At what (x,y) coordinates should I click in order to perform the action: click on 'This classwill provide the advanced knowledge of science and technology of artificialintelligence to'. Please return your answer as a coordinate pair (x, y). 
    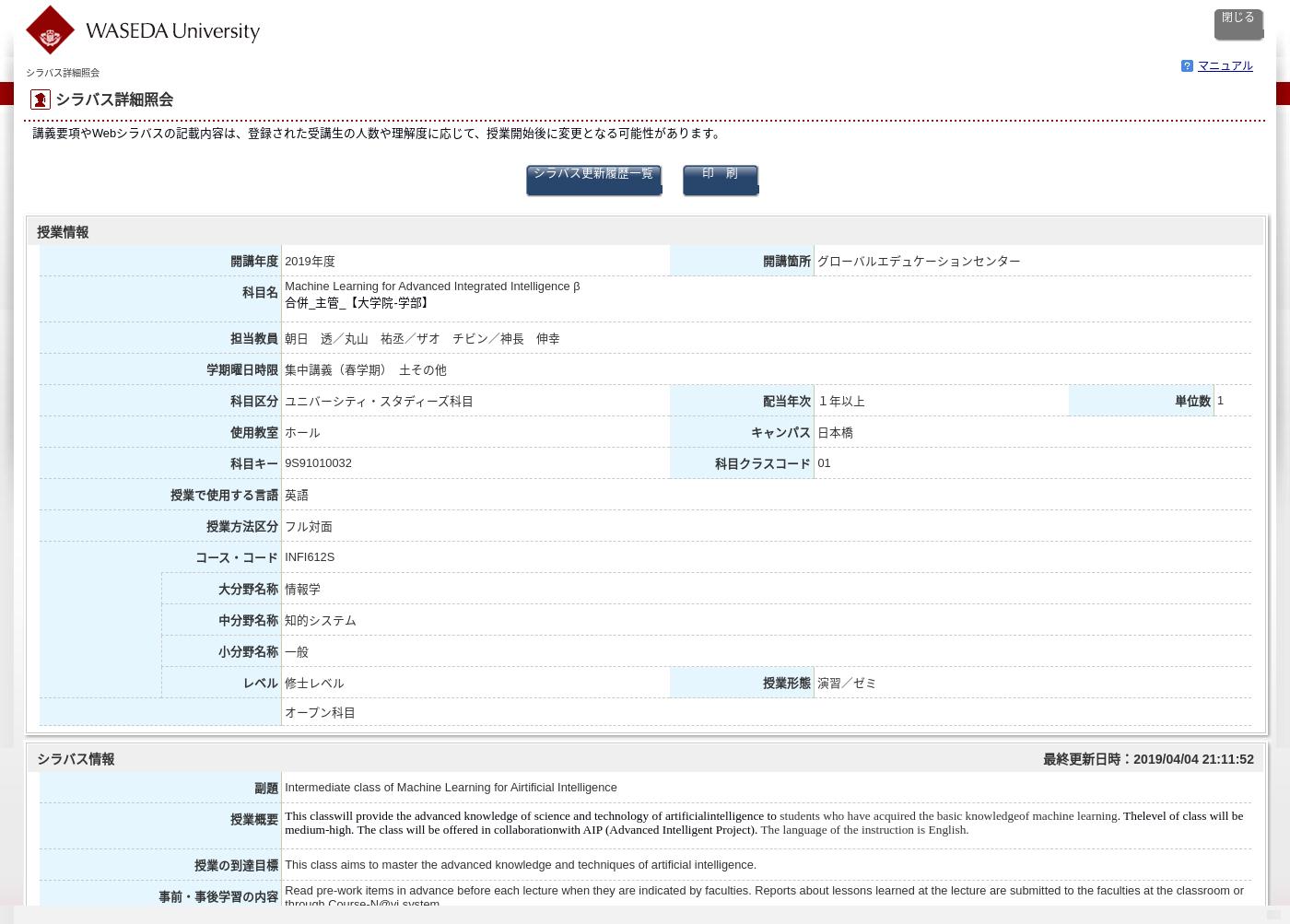
    Looking at the image, I should click on (532, 814).